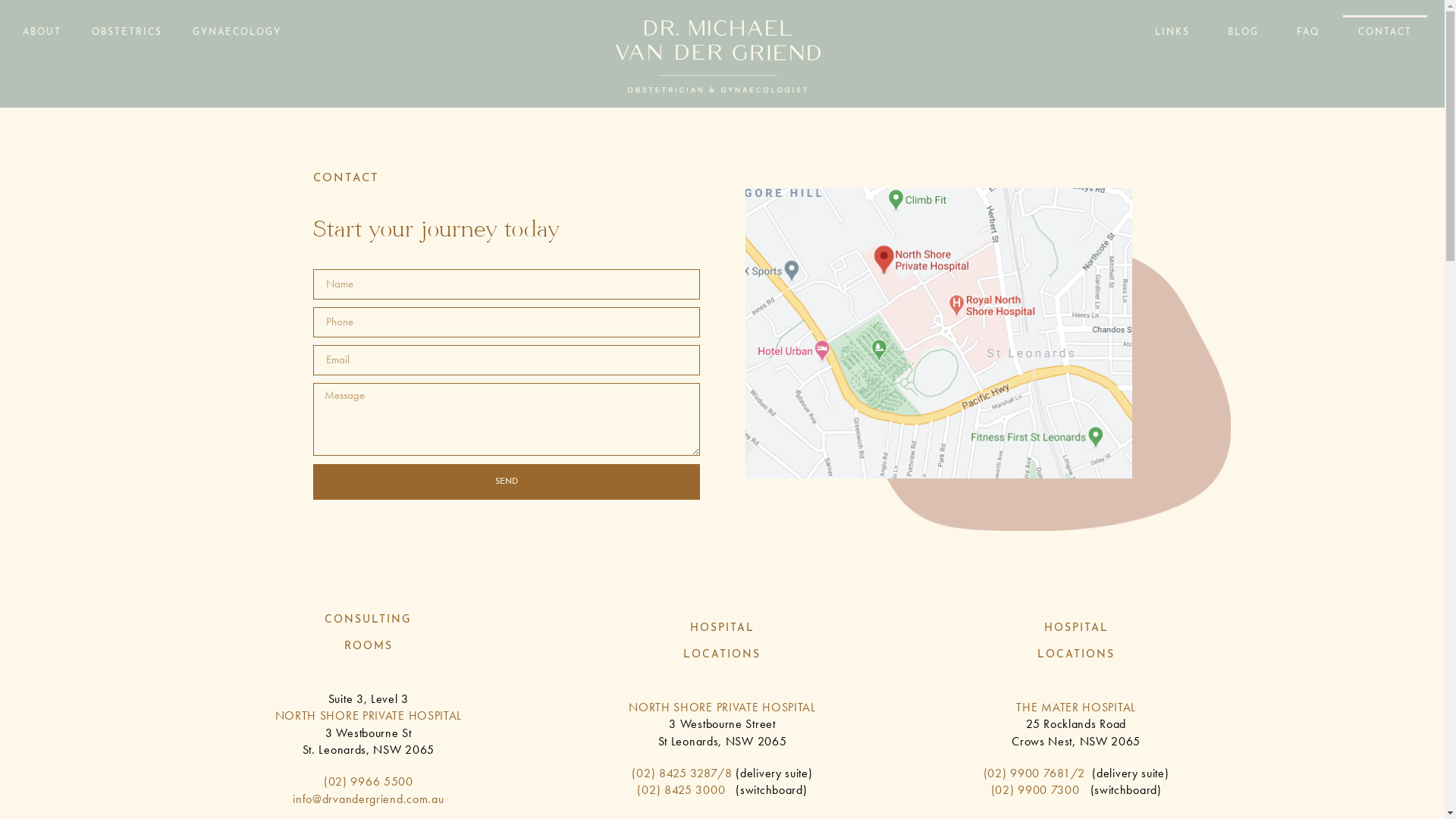 The width and height of the screenshot is (1456, 819). Describe the element at coordinates (1307, 32) in the screenshot. I see `'FAQ'` at that location.